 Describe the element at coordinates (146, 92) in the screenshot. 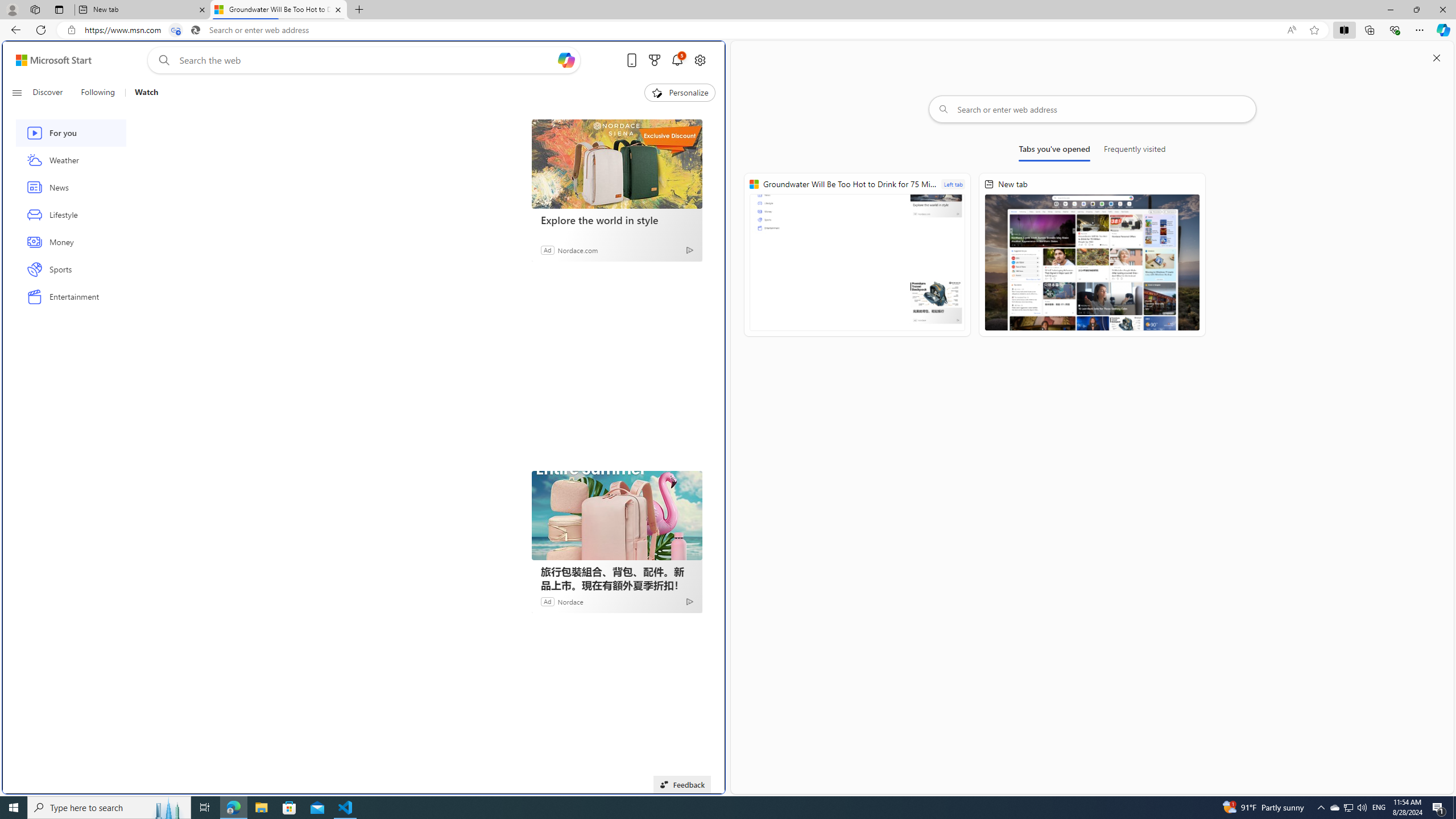

I see `'Watch'` at that location.